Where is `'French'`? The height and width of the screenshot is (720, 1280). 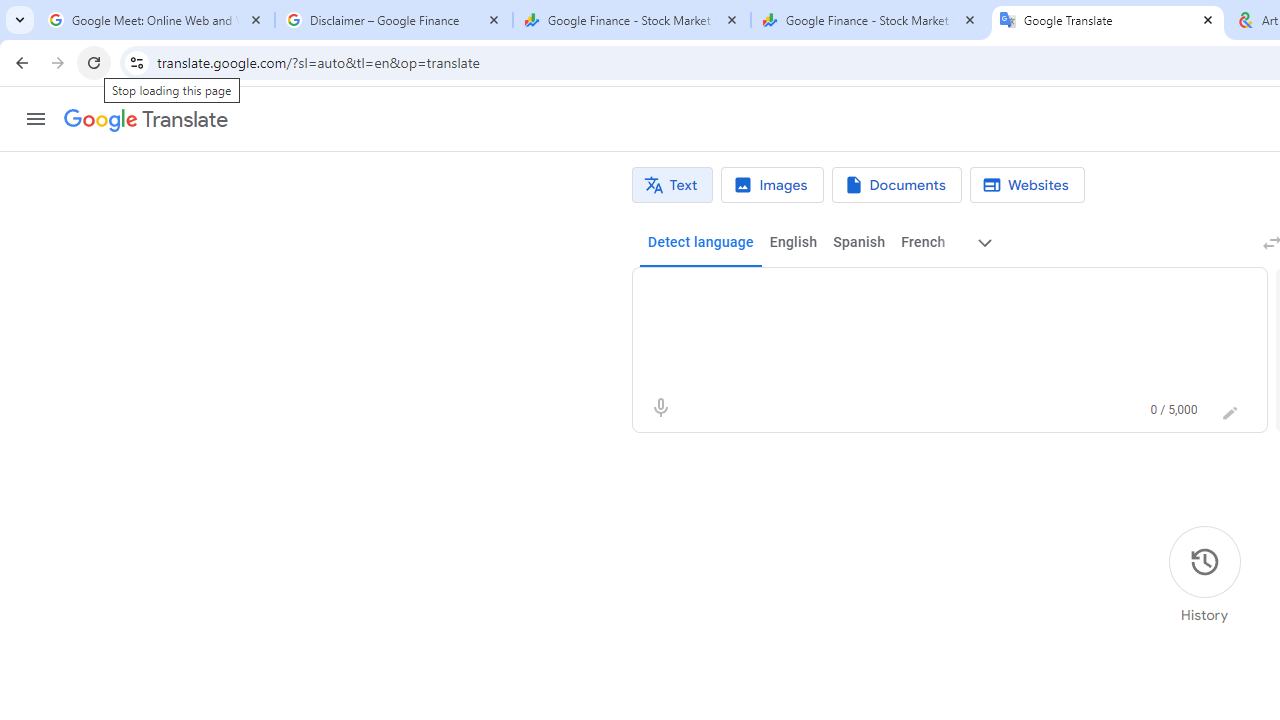 'French' is located at coordinates (921, 242).